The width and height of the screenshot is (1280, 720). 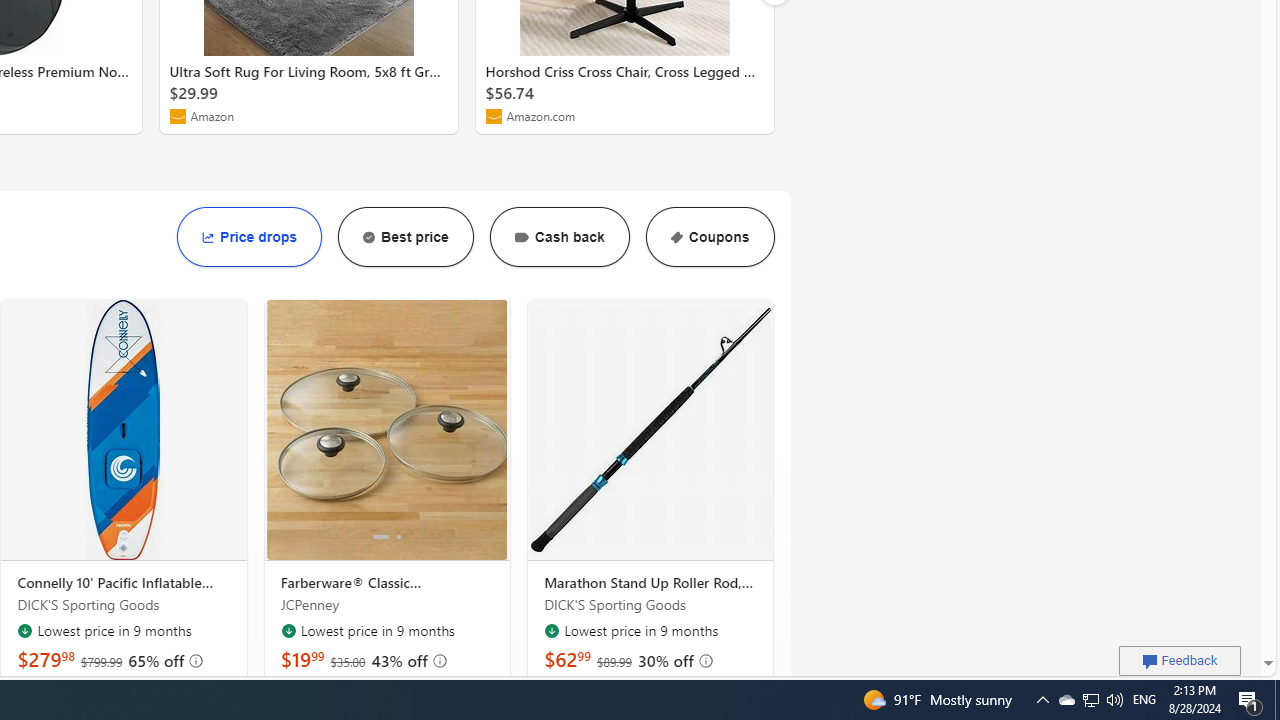 What do you see at coordinates (709, 236) in the screenshot?
I see `'sh-button-icon Coupons'` at bounding box center [709, 236].